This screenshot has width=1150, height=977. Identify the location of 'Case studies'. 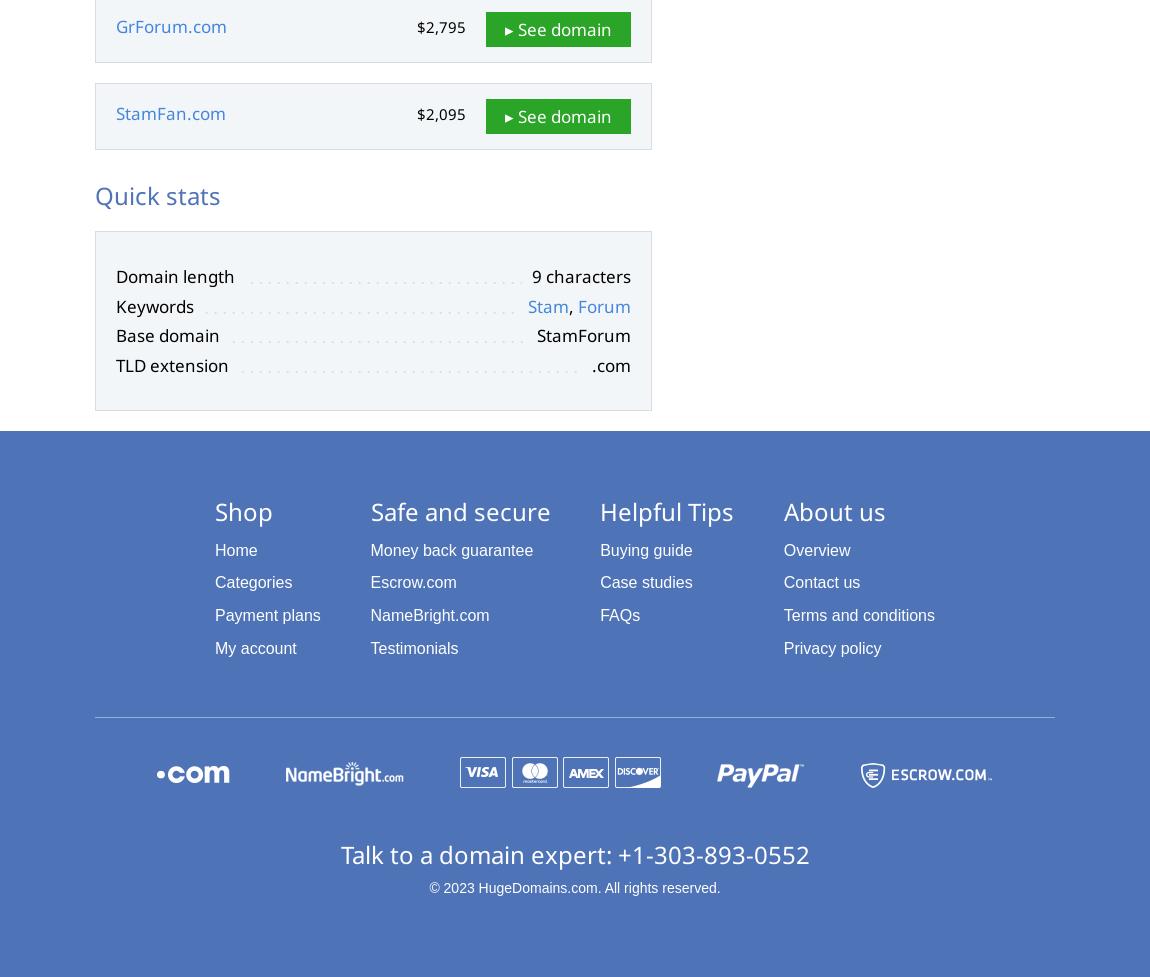
(644, 581).